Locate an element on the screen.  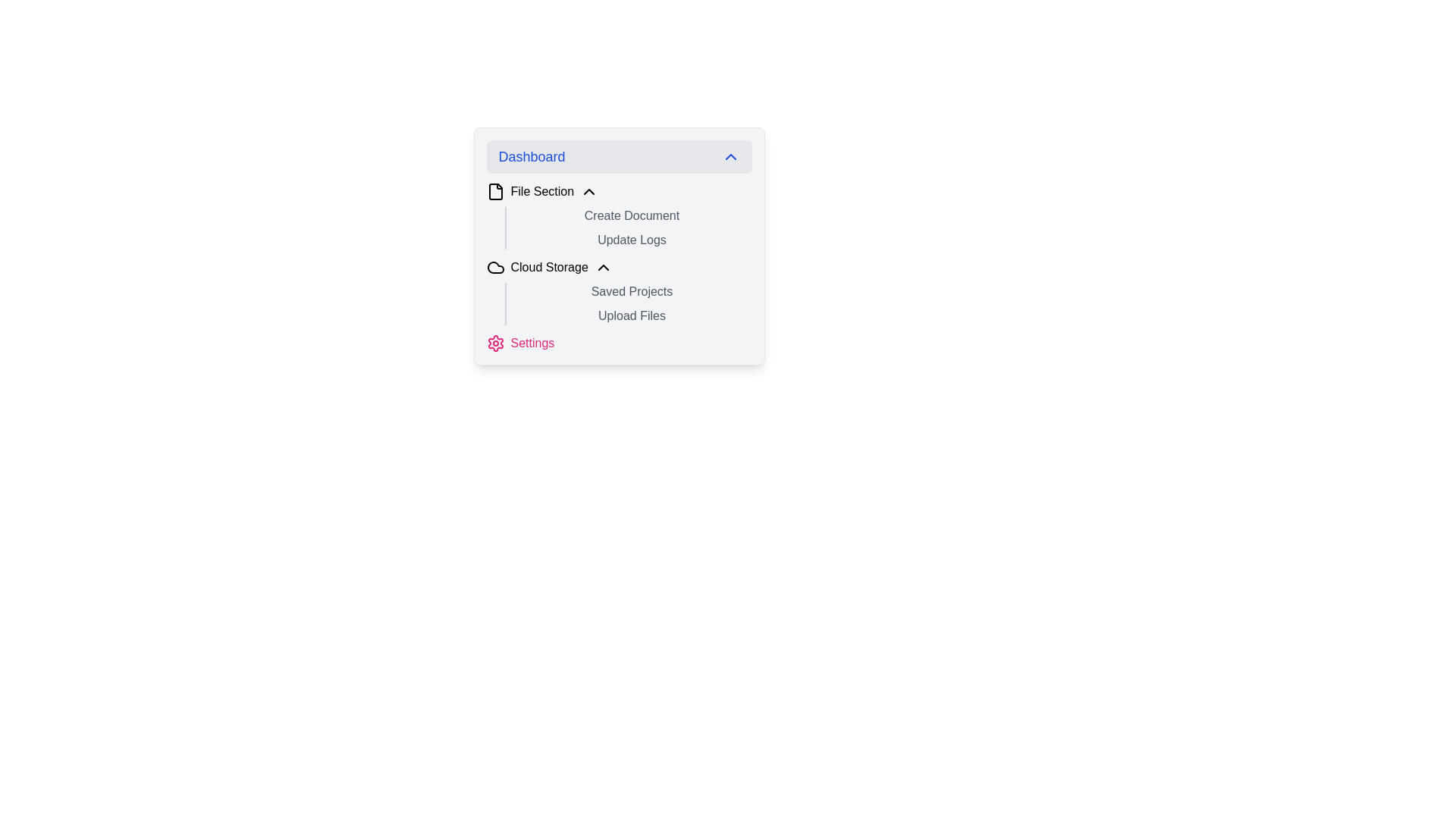
the 'Saved Projects' navigational link in the 'Cloud Storage' section of the sidebar menu is located at coordinates (629, 292).